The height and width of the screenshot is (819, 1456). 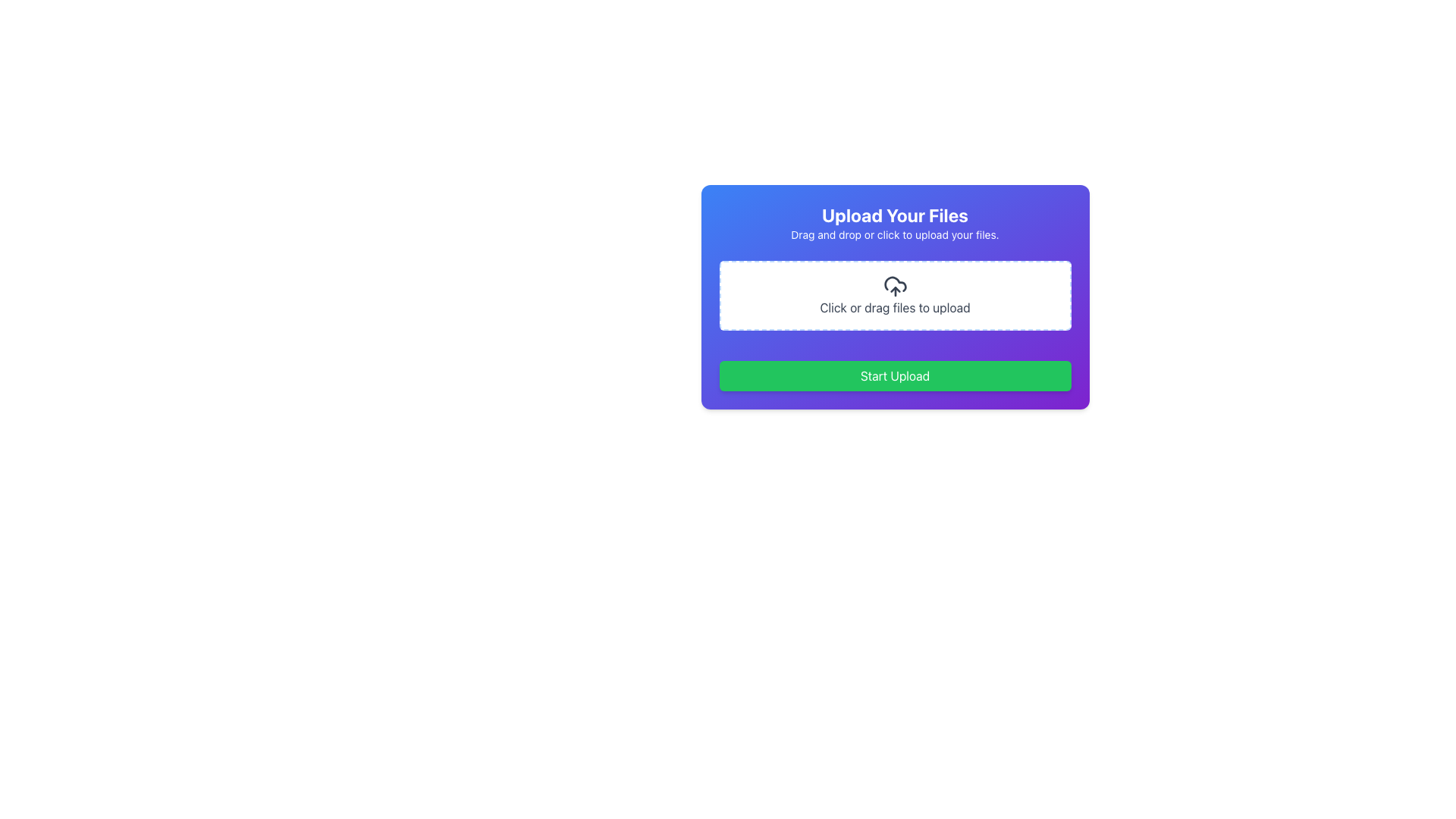 I want to click on informational text located directly below the title 'Upload Your Files' in the central upload section to understand the file upload process, so click(x=895, y=234).